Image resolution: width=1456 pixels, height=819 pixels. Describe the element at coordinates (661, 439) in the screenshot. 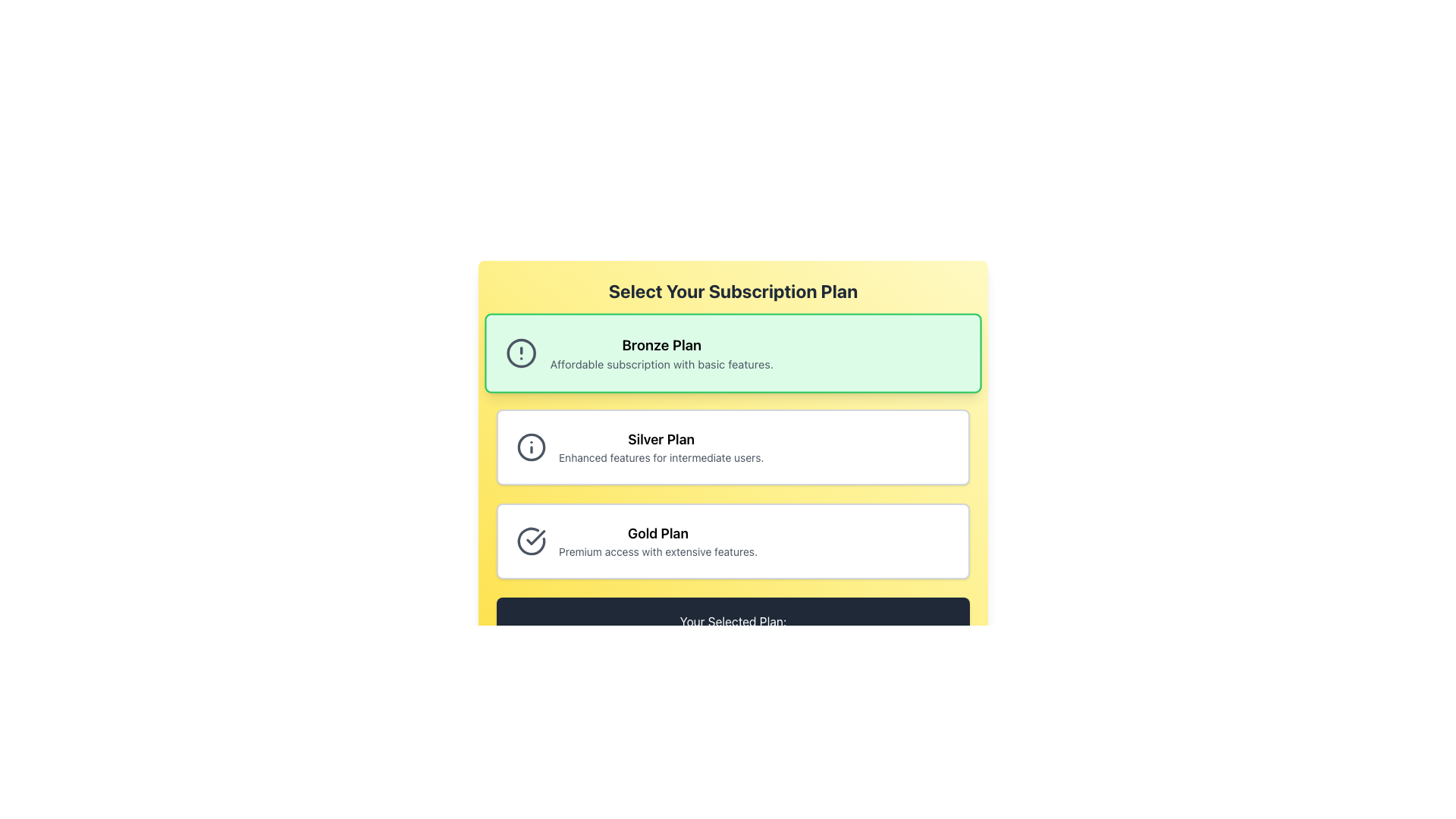

I see `the bold text label 'Silver Plan'` at that location.